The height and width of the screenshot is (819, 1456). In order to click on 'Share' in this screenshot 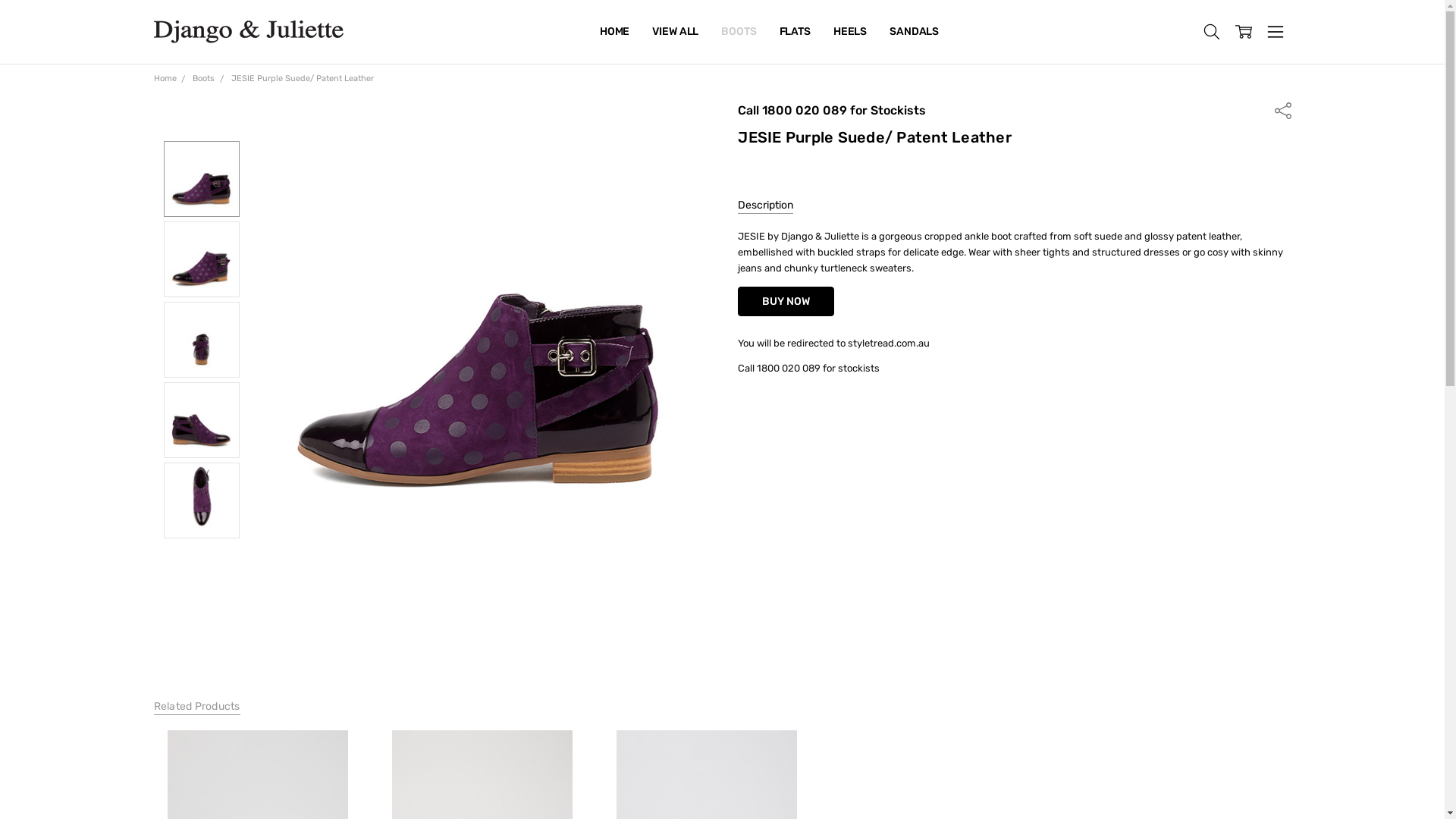, I will do `click(1281, 108)`.